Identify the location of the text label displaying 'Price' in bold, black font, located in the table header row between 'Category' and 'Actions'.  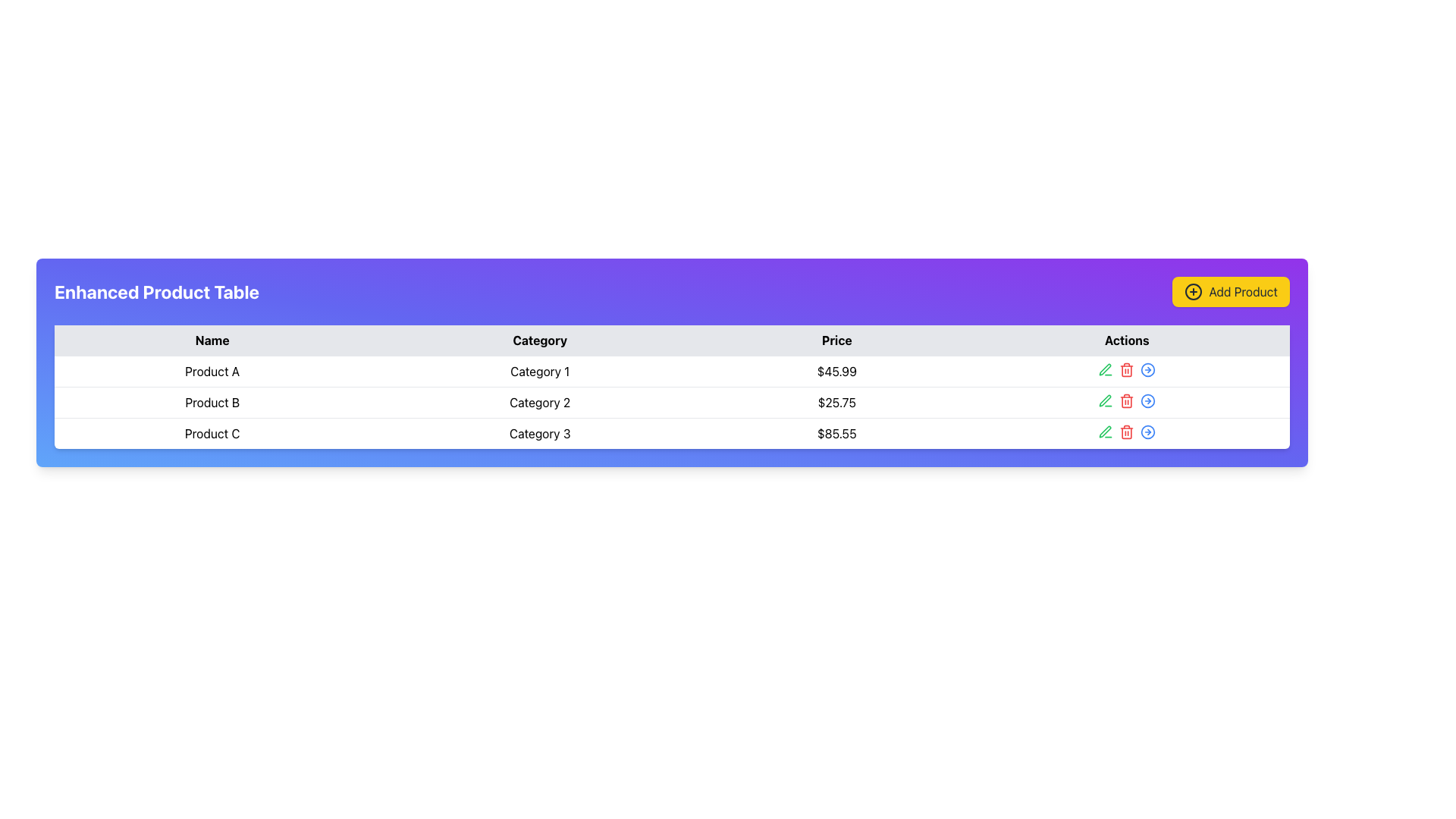
(836, 340).